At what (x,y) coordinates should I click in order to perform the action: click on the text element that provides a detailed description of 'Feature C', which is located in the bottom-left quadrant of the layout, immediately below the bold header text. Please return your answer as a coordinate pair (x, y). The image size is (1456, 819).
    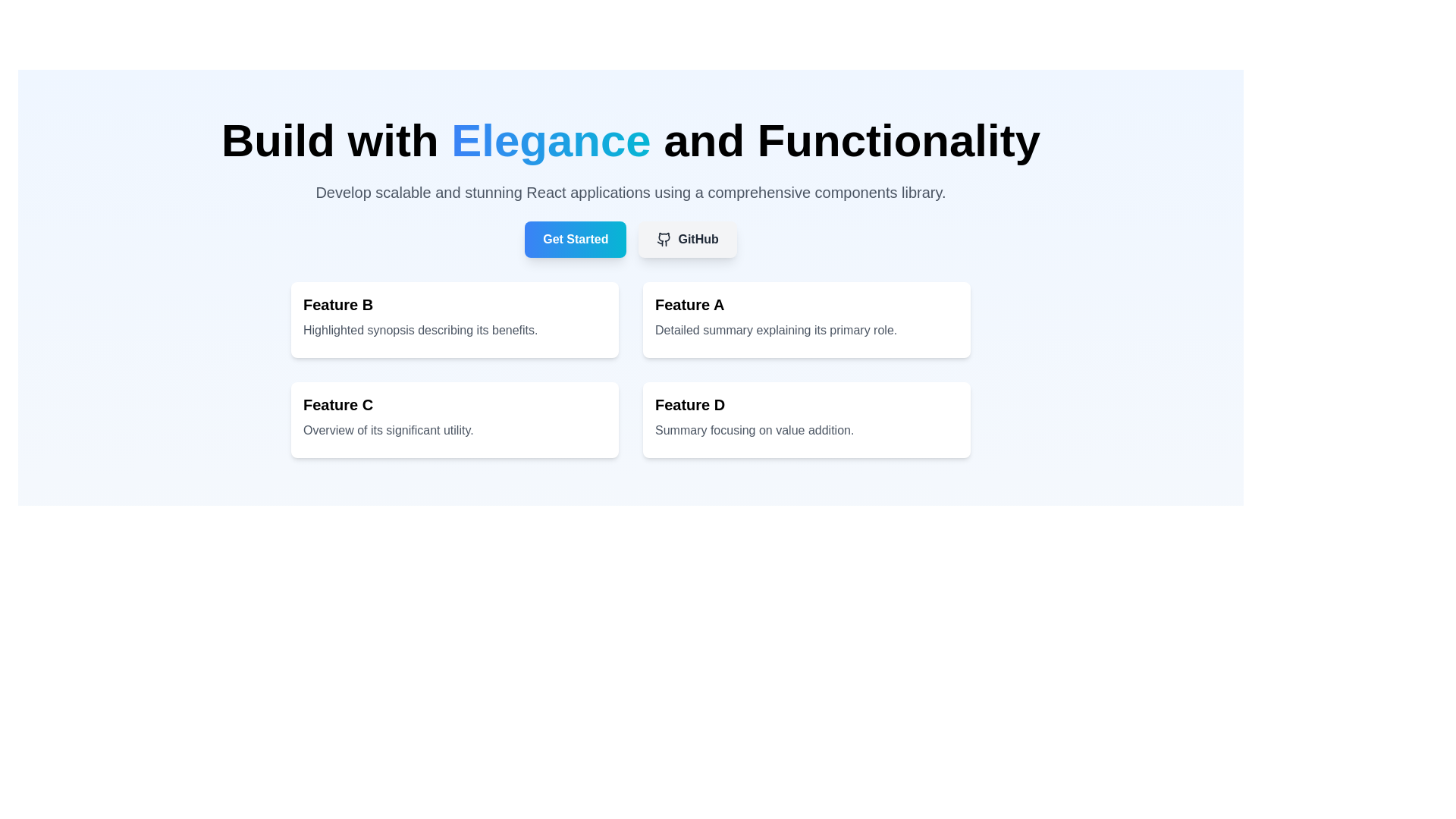
    Looking at the image, I should click on (454, 430).